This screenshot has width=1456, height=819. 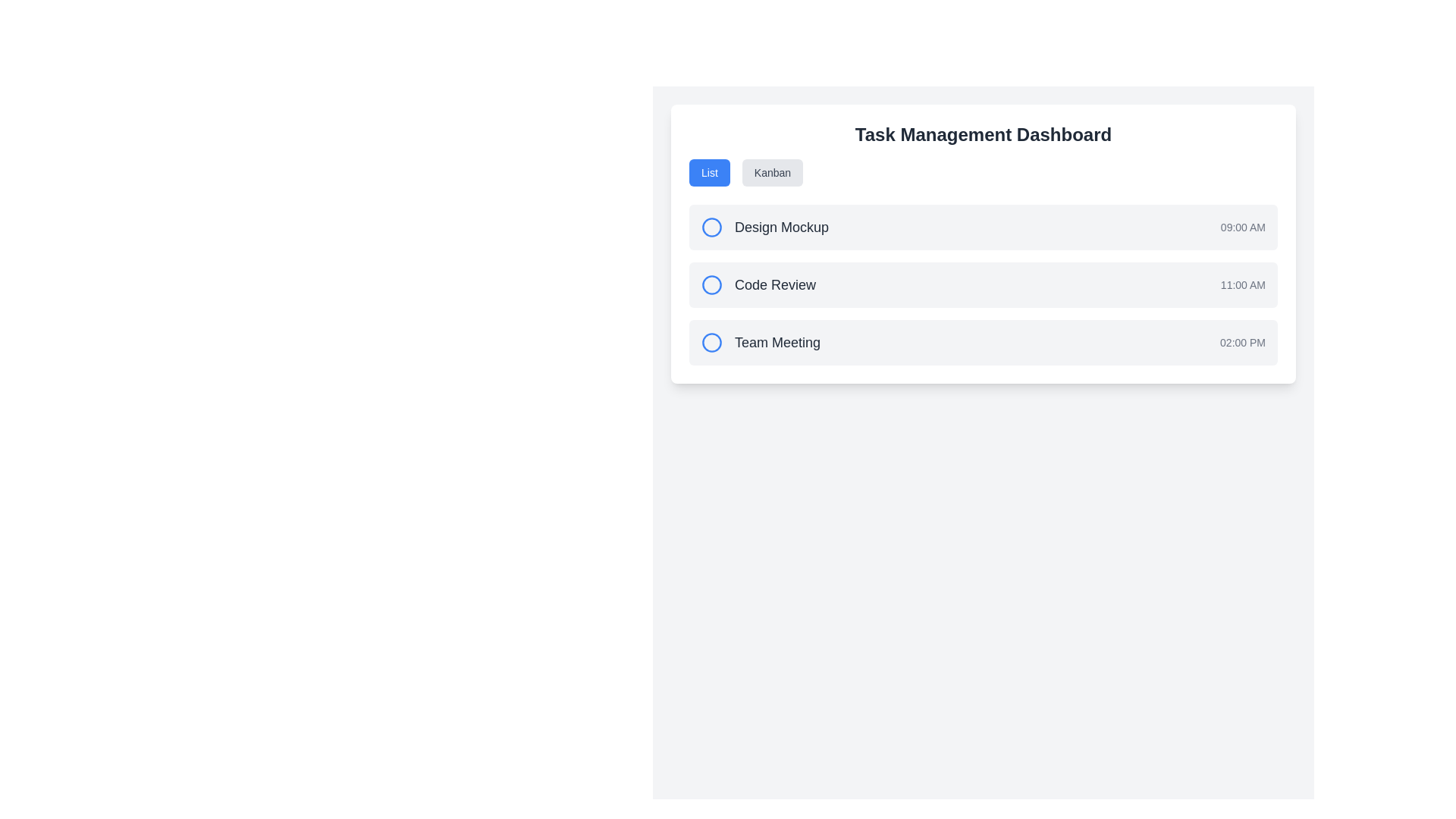 I want to click on the first button in the horizontal group at the top-left side of the card to switch to 'List' mode, so click(x=708, y=171).